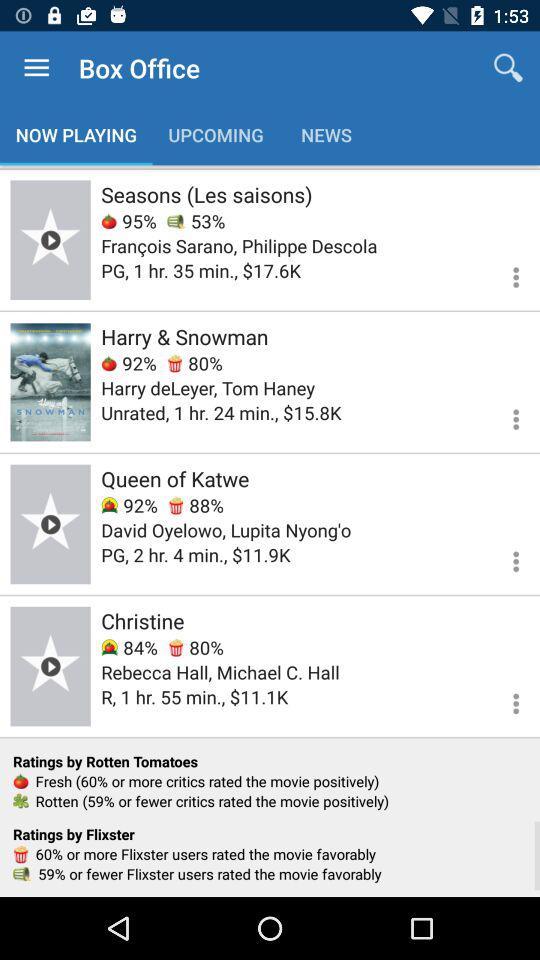  Describe the element at coordinates (129, 221) in the screenshot. I see `the icon to the left of 53% icon` at that location.